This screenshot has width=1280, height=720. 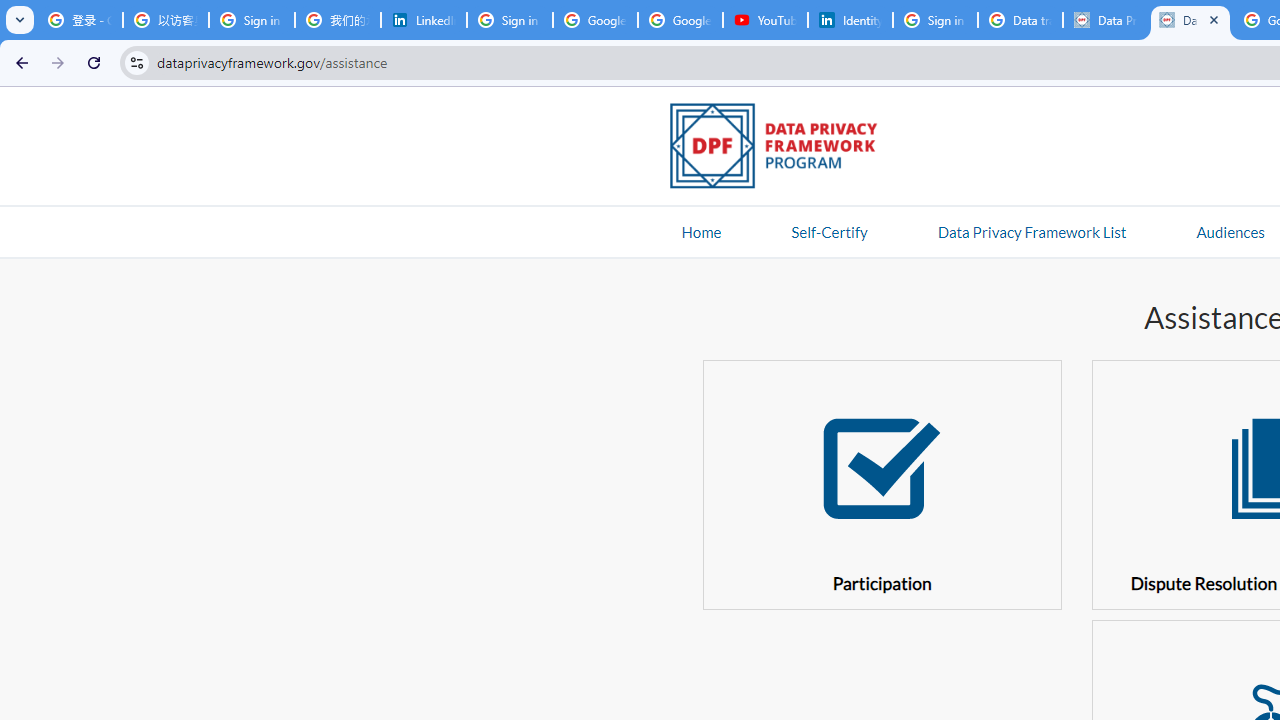 What do you see at coordinates (880, 484) in the screenshot?
I see `' Participation'` at bounding box center [880, 484].